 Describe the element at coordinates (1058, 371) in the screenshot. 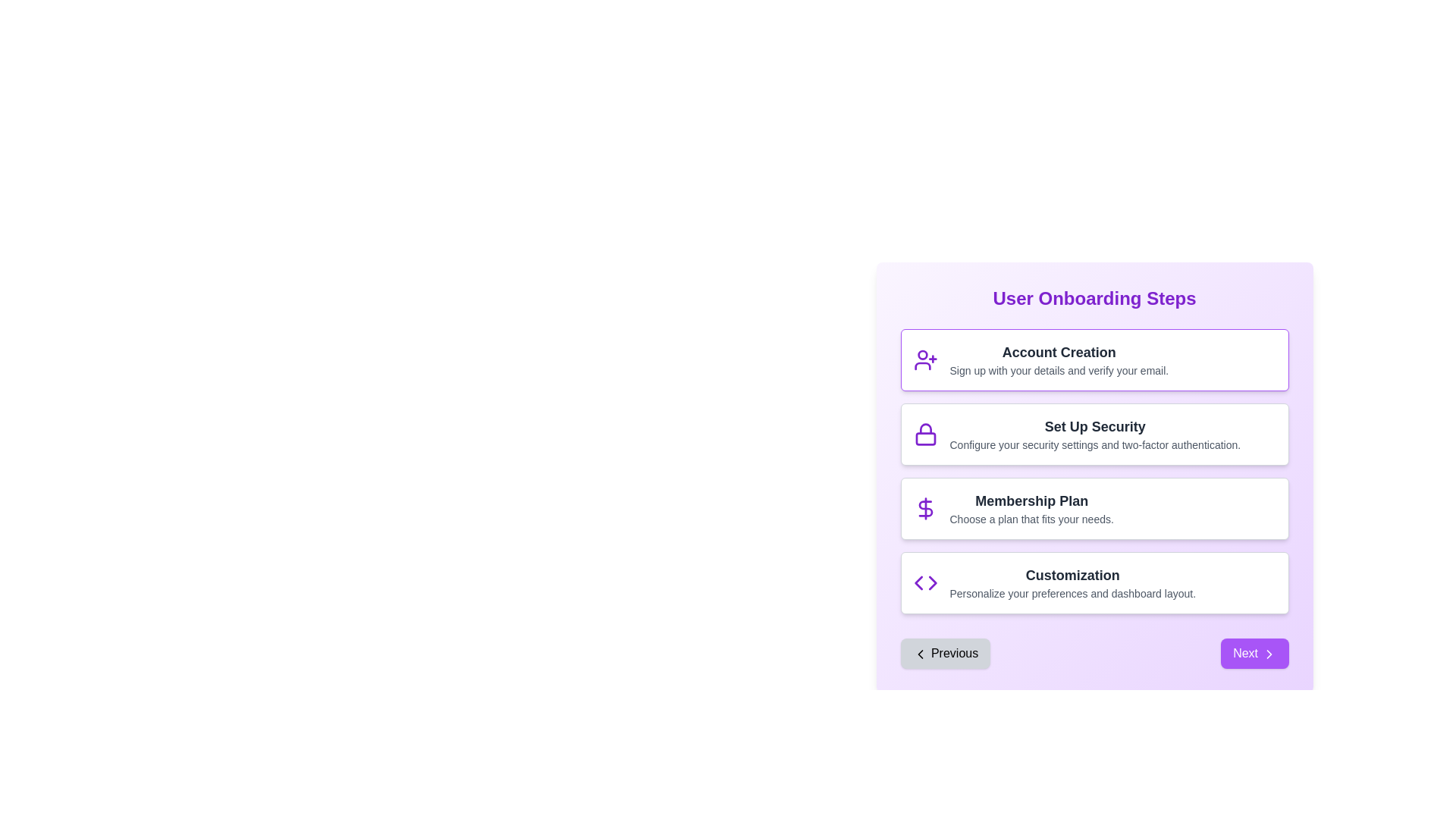

I see `static text label that instructs users to 'Sign up with your details and verify your email.' located below the 'Account Creation' heading in the user onboarding steps panel` at that location.